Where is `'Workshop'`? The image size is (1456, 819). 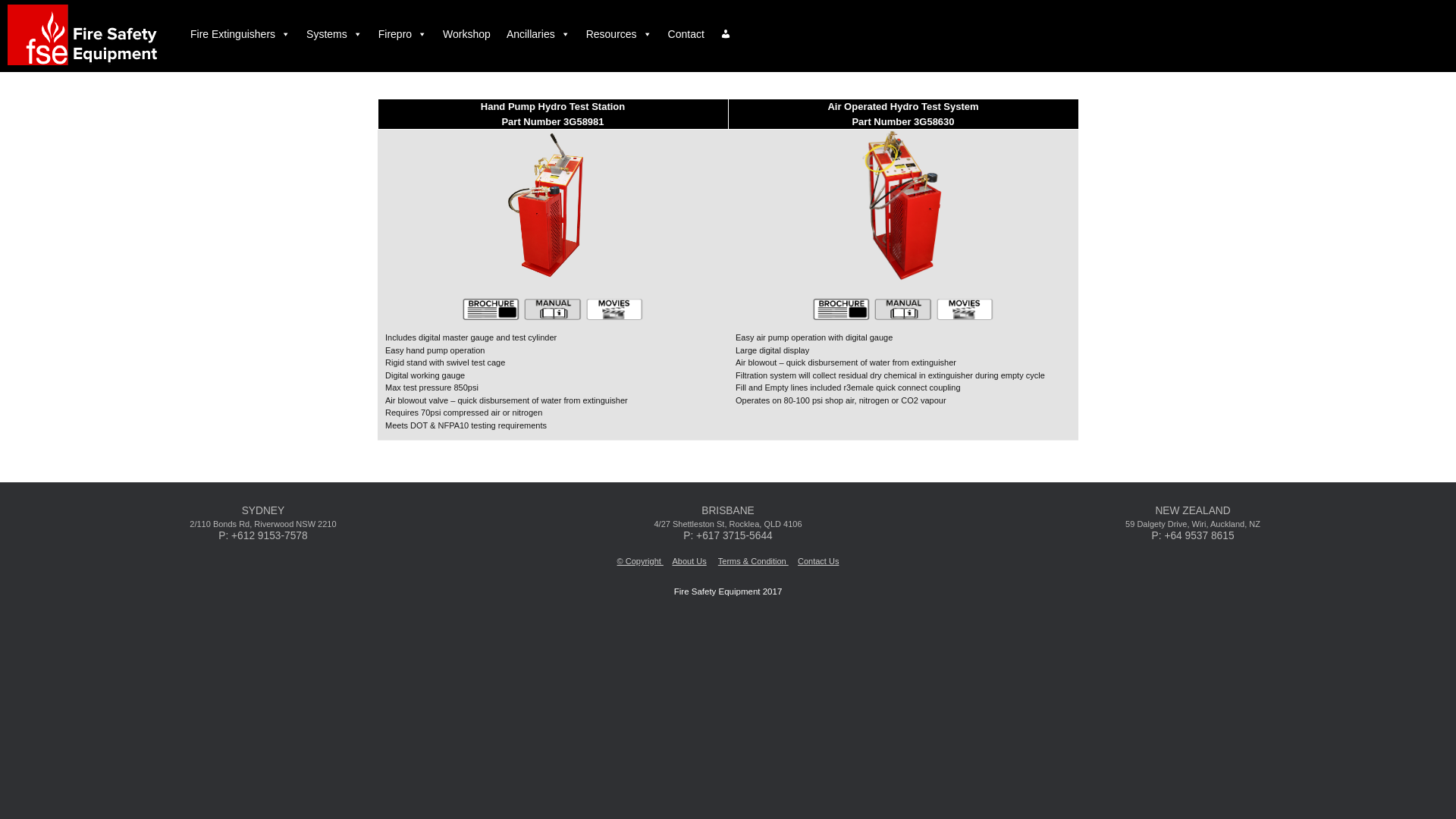
'Workshop' is located at coordinates (466, 34).